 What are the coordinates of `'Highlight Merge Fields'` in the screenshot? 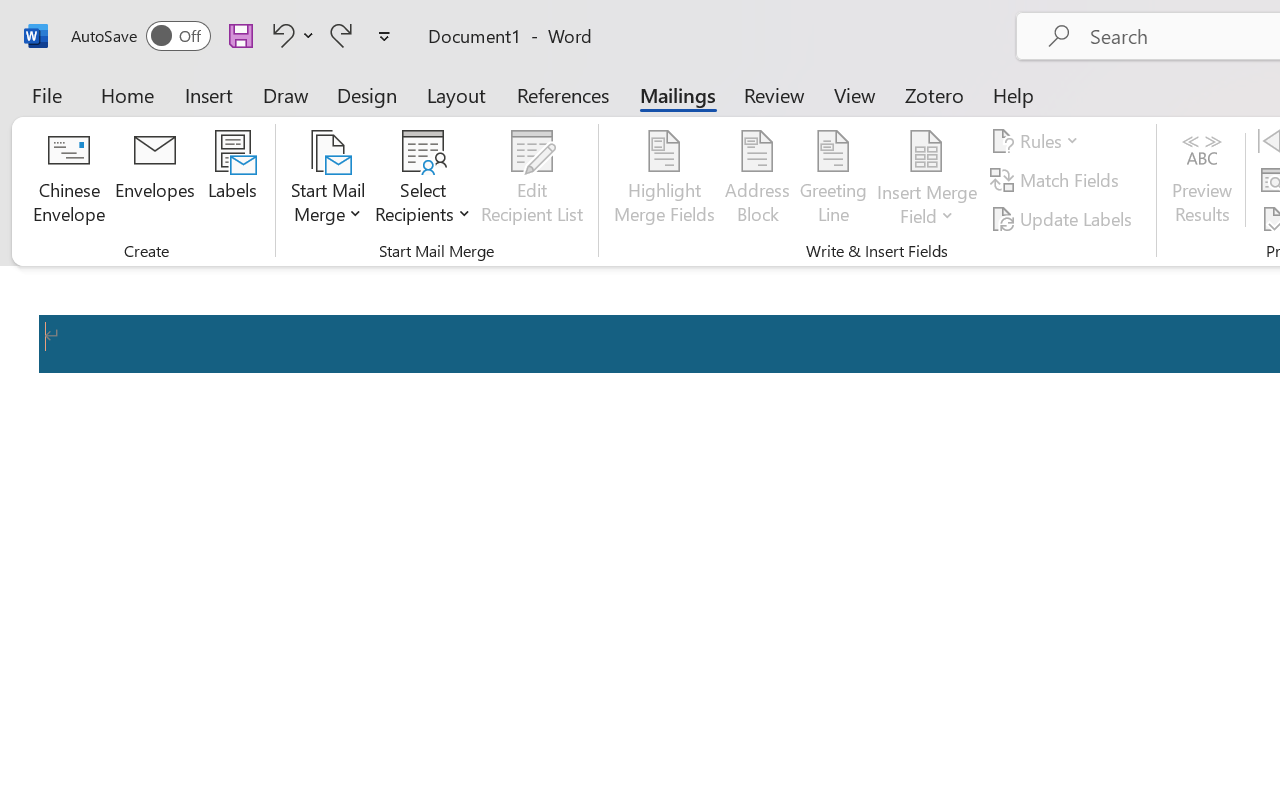 It's located at (664, 179).